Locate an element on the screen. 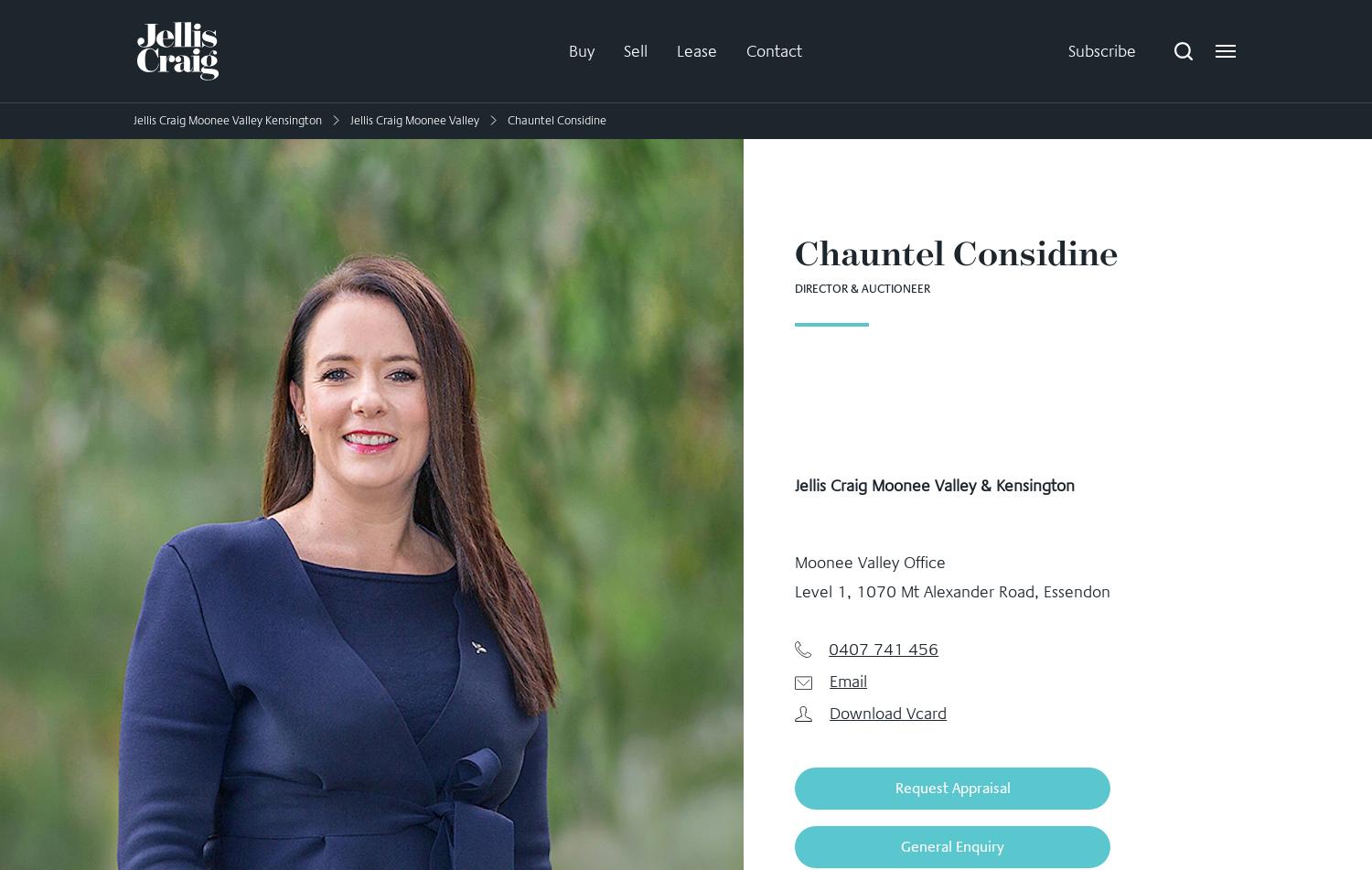 Image resolution: width=1372 pixels, height=870 pixels. 'Contact' is located at coordinates (772, 49).